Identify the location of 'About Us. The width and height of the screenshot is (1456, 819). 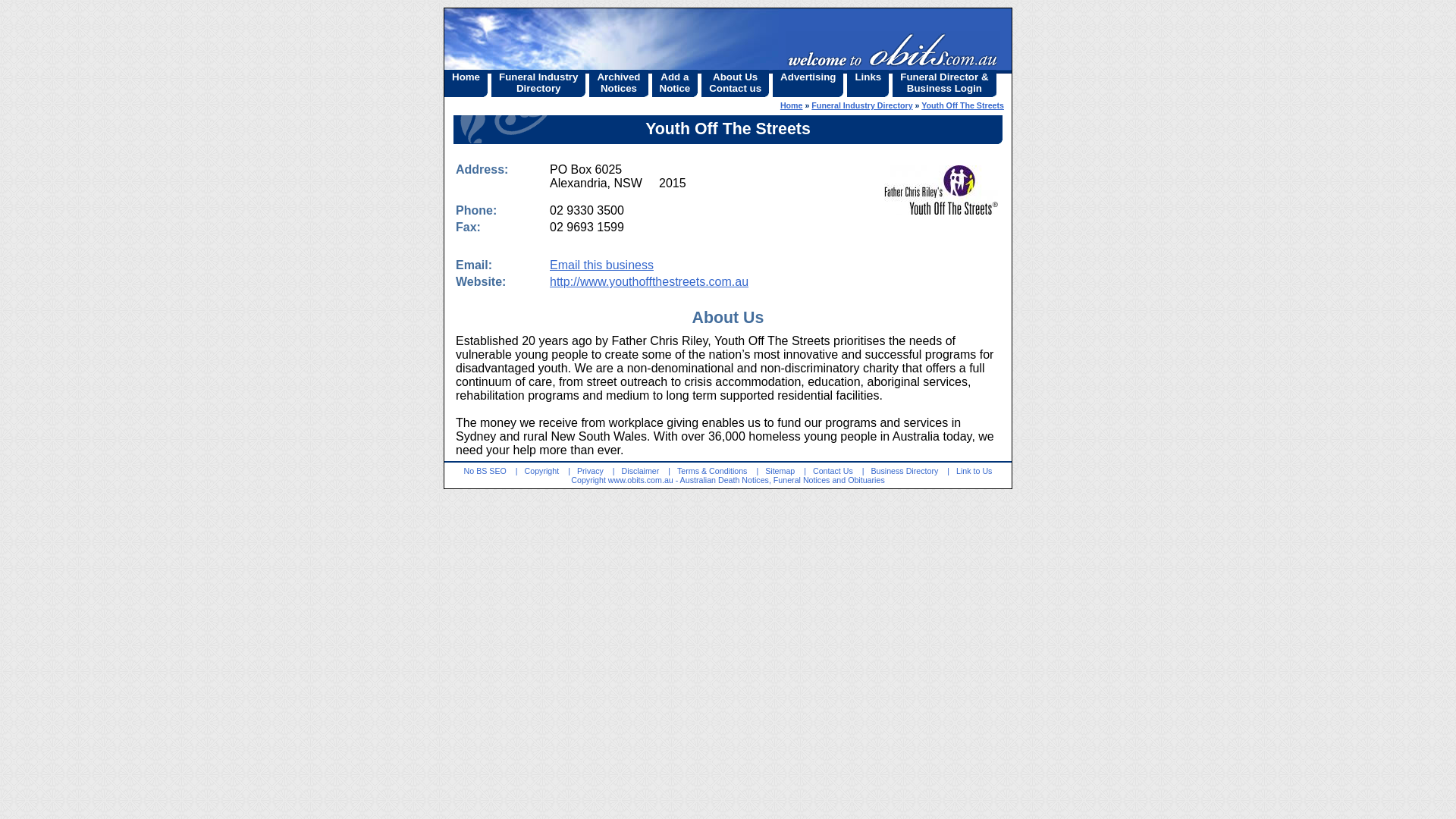
(735, 83).